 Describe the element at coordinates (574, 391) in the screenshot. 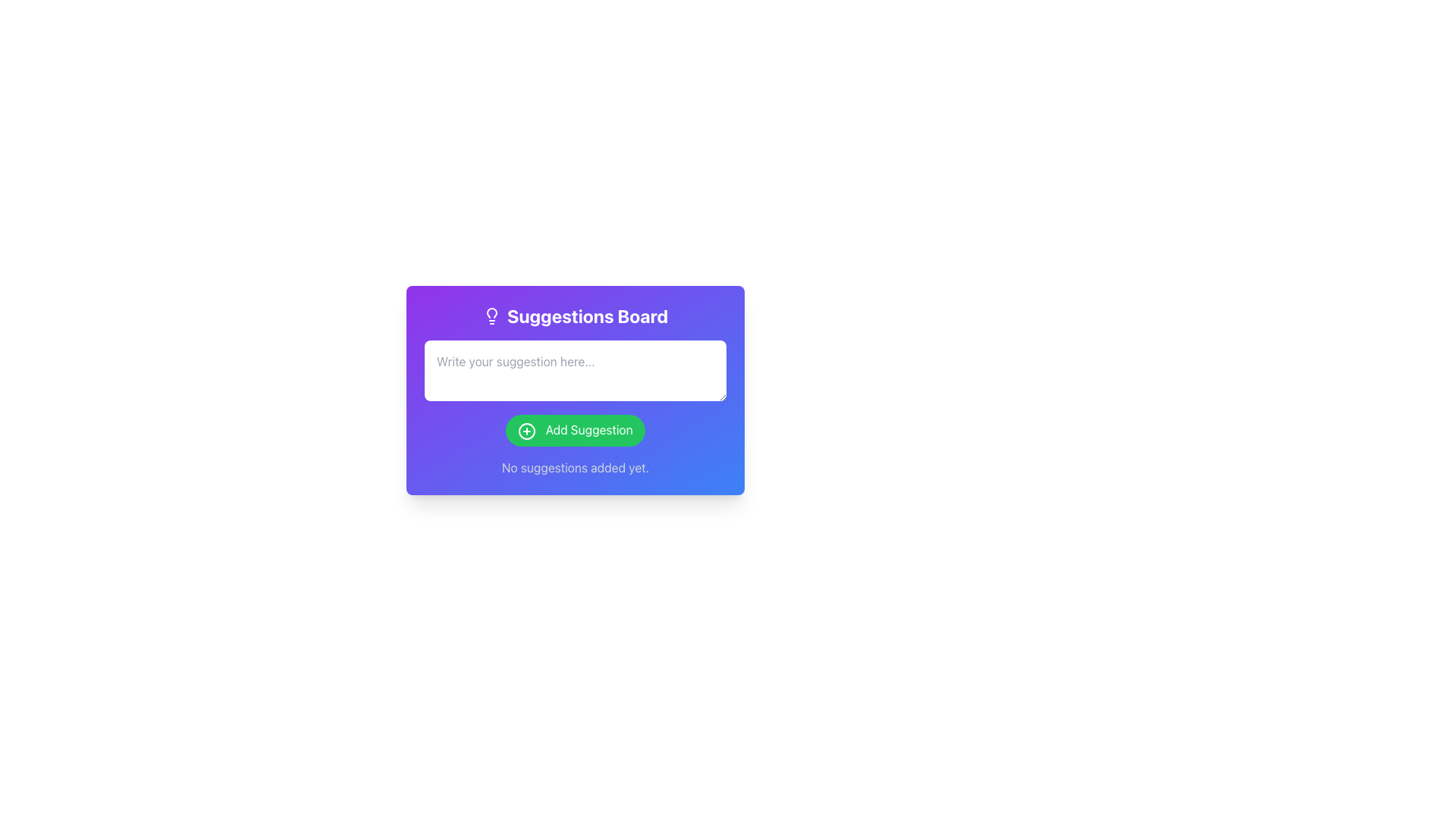

I see `the text input field located in the 'Suggestions Board' section, which allows users to type their suggestions` at that location.